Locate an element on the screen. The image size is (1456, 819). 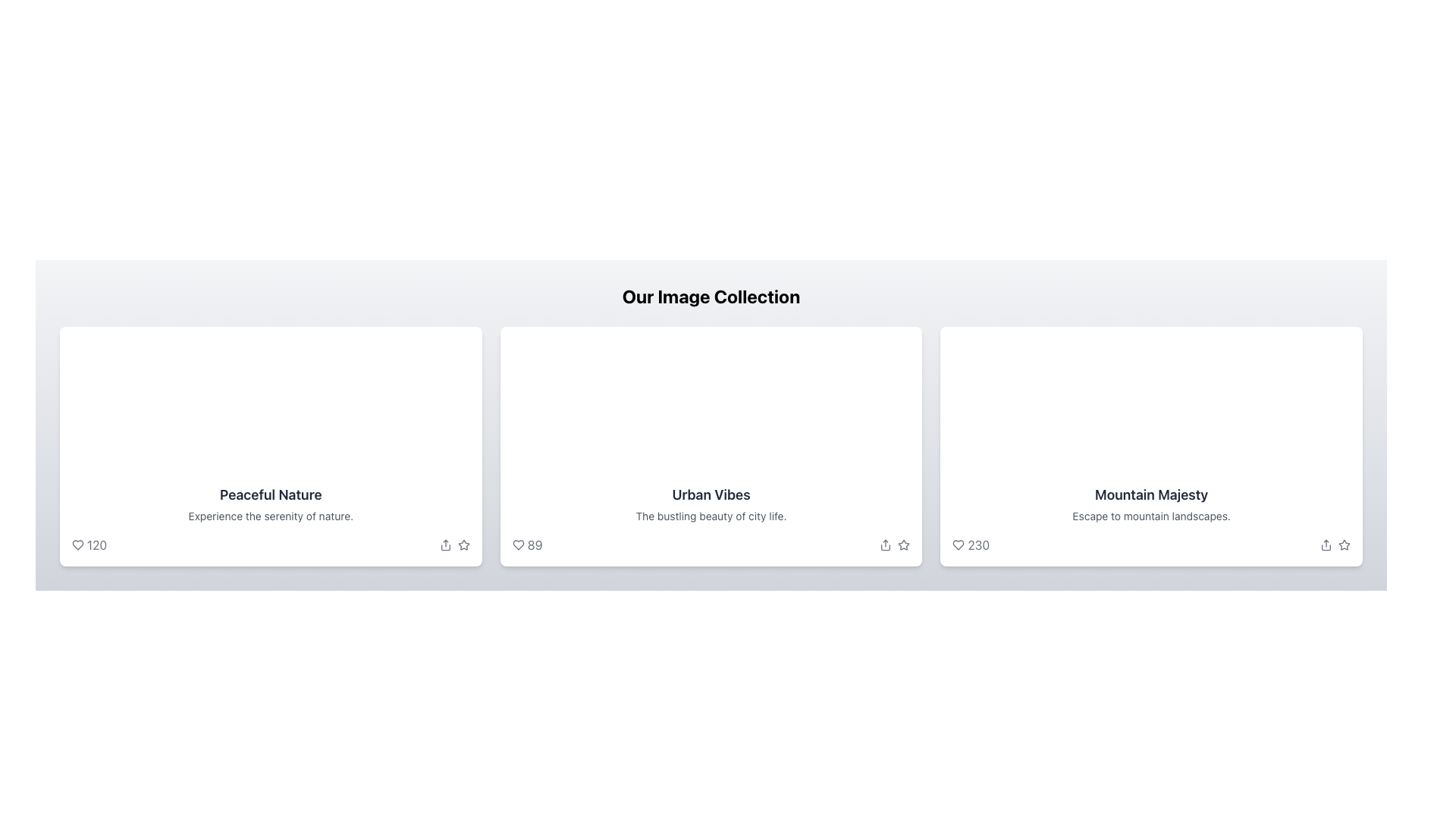
the title text at the top center of the first card is located at coordinates (271, 494).